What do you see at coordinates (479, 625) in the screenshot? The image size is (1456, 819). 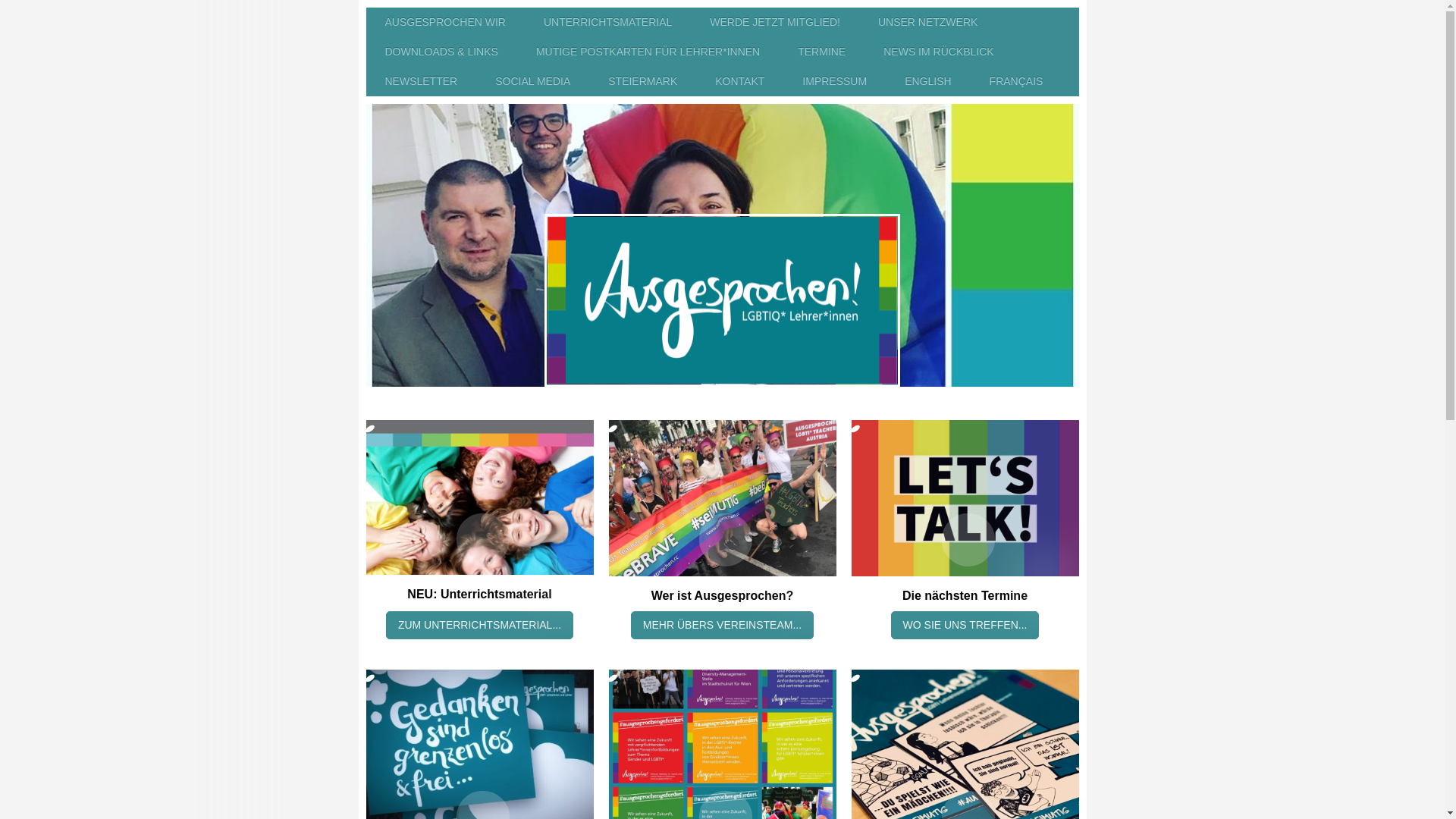 I see `'ZUM UNTERRICHTSMATERIAL...'` at bounding box center [479, 625].